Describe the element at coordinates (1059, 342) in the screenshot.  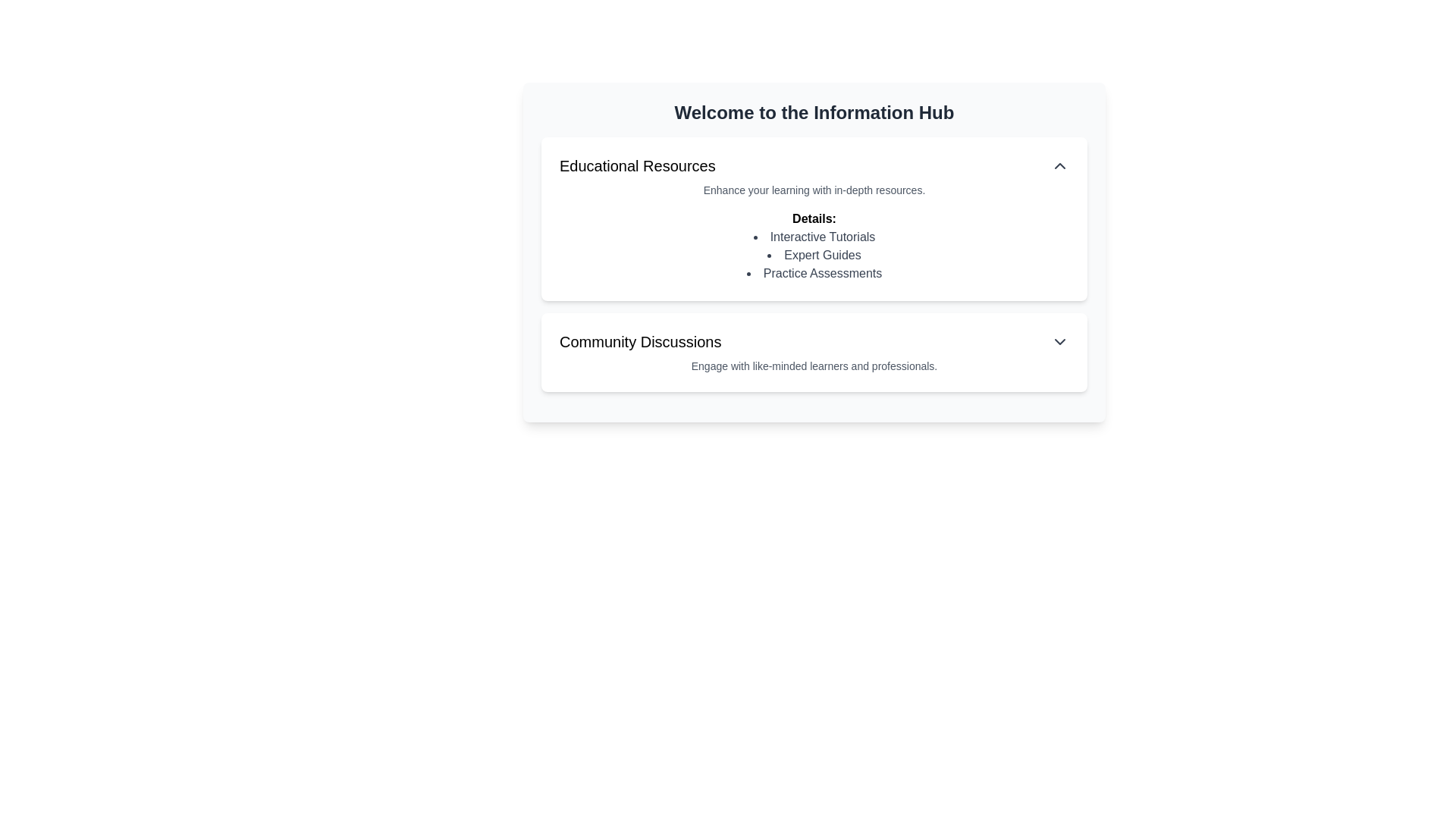
I see `the downward-facing chevron icon for the 'Community Discussions' section` at that location.